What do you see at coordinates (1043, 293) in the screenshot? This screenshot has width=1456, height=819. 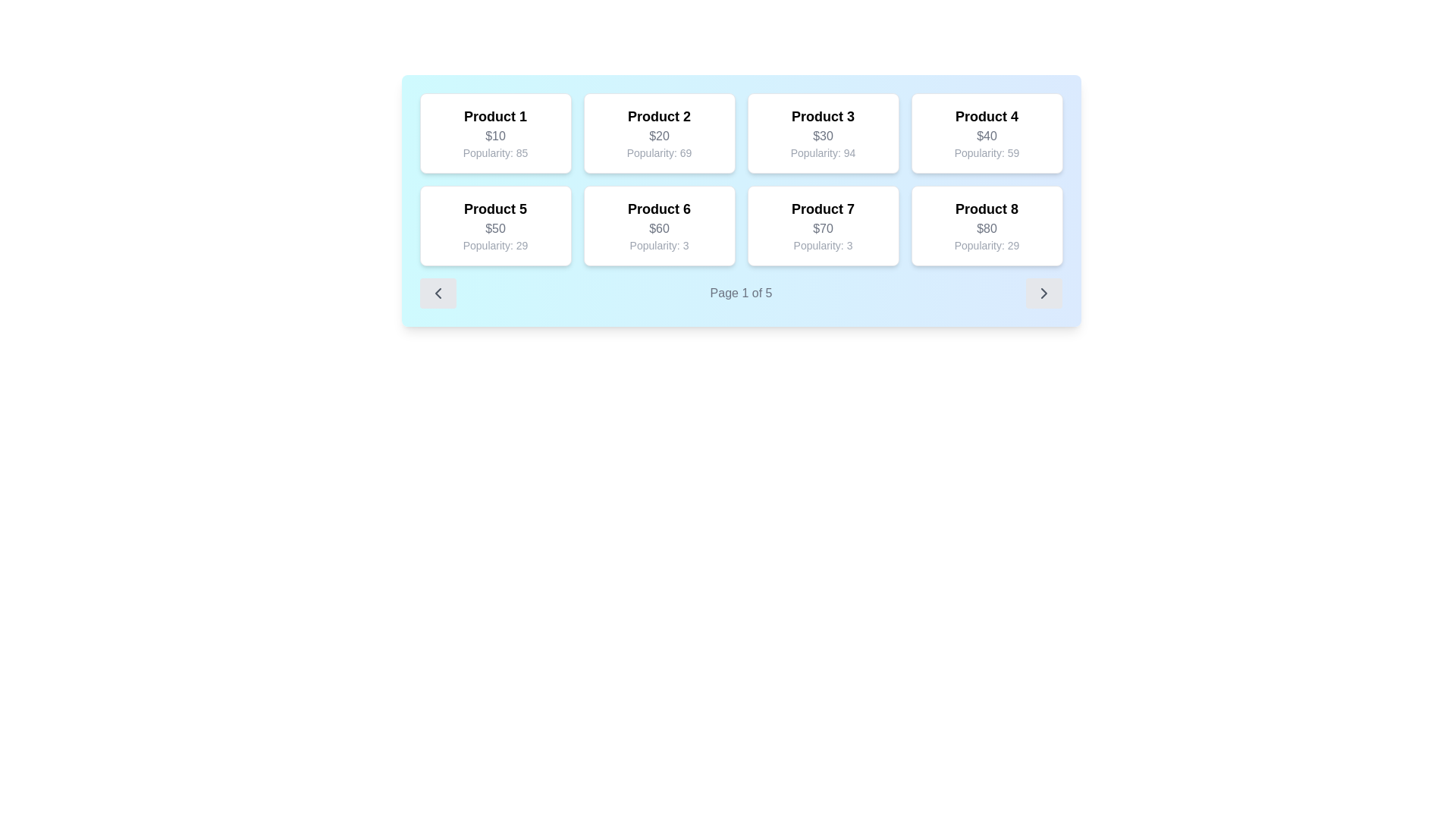 I see `the rounded rectangular button with a gray background and chevron-right arrow icon located on the right side of the pagination interface` at bounding box center [1043, 293].